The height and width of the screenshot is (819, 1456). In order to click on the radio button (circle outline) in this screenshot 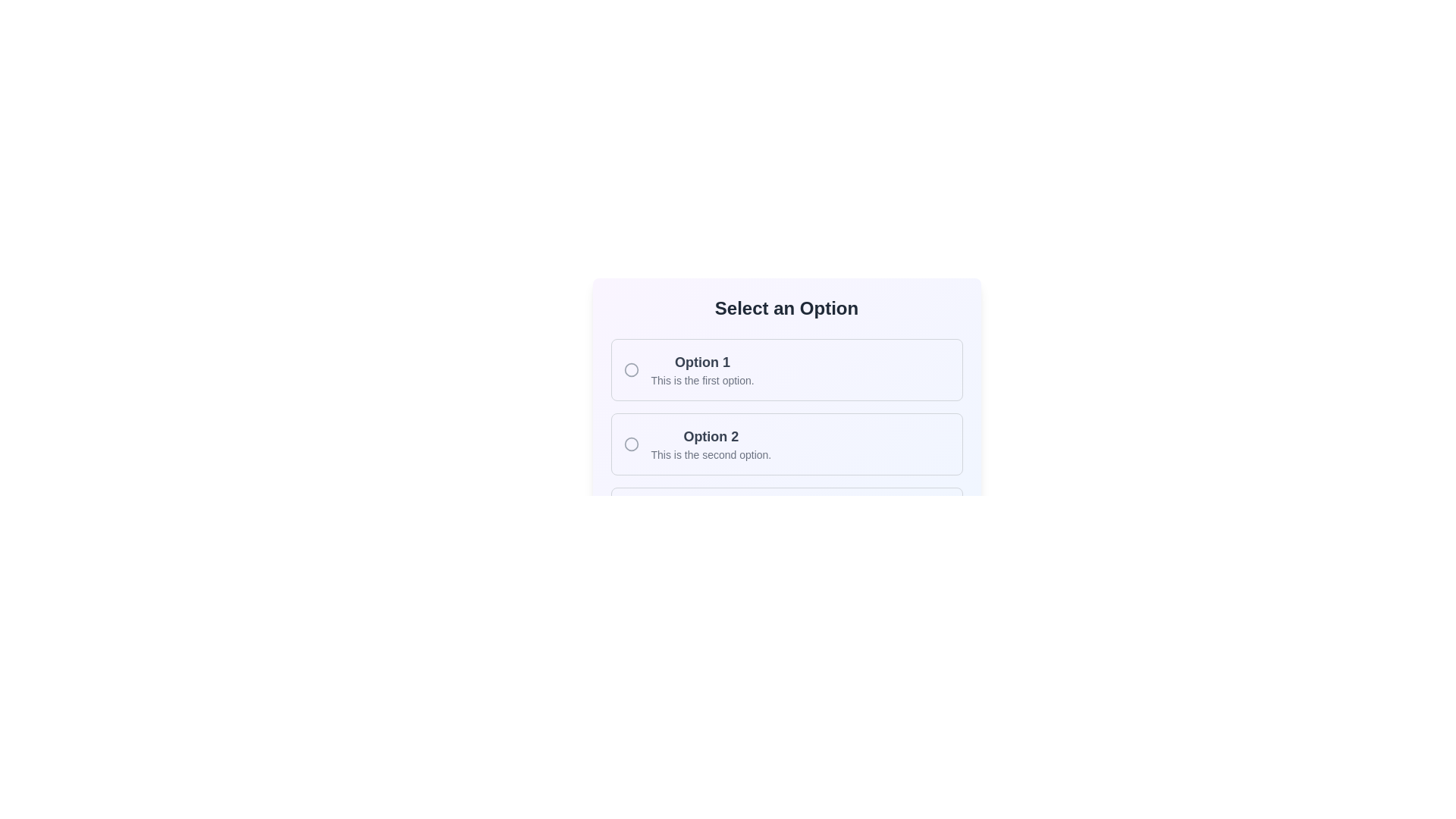, I will do `click(631, 444)`.